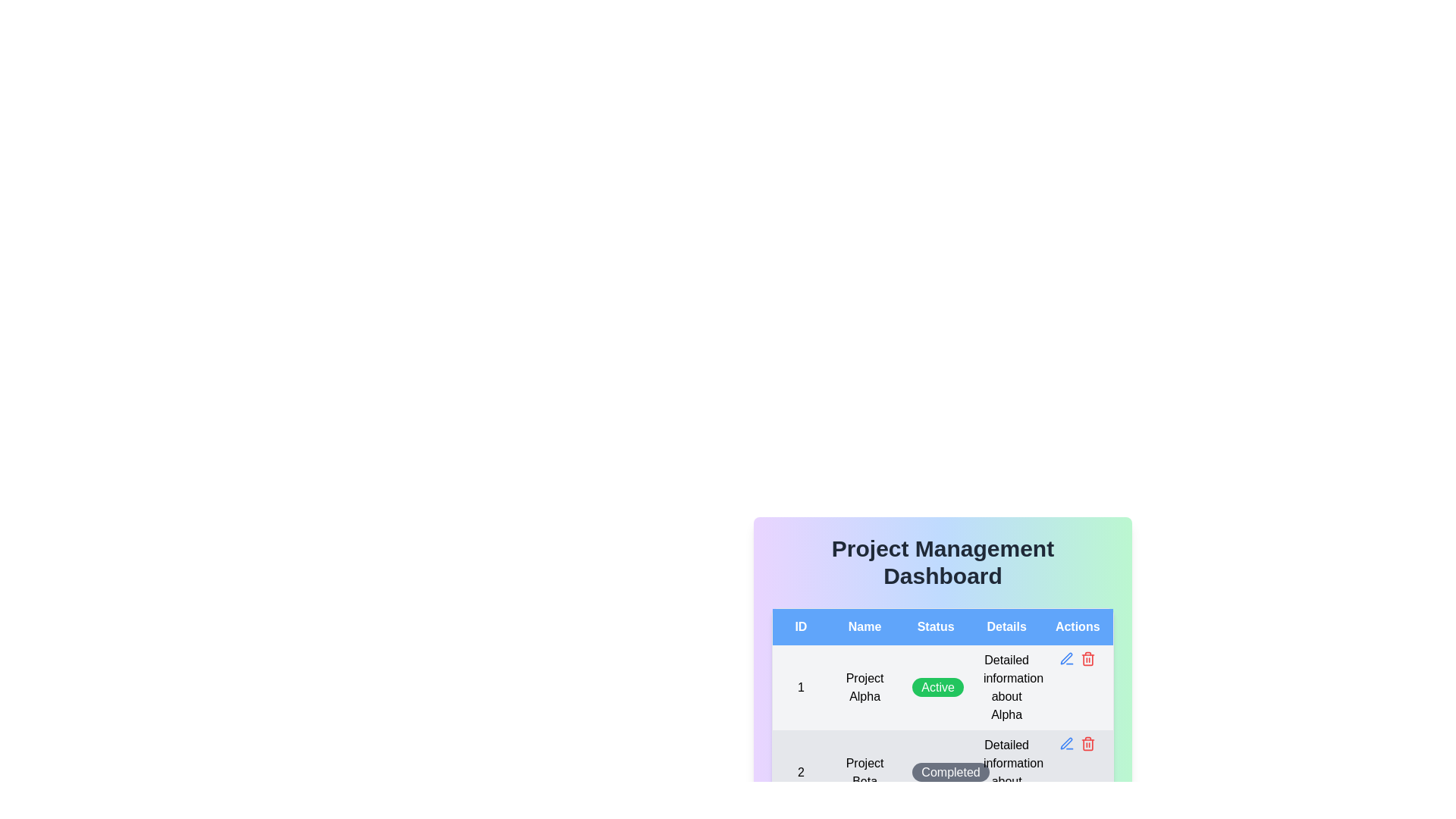 This screenshot has height=819, width=1456. What do you see at coordinates (864, 772) in the screenshot?
I see `the text label 'Project Beta' which is the second item under the 'Name' column in a tabular structure` at bounding box center [864, 772].